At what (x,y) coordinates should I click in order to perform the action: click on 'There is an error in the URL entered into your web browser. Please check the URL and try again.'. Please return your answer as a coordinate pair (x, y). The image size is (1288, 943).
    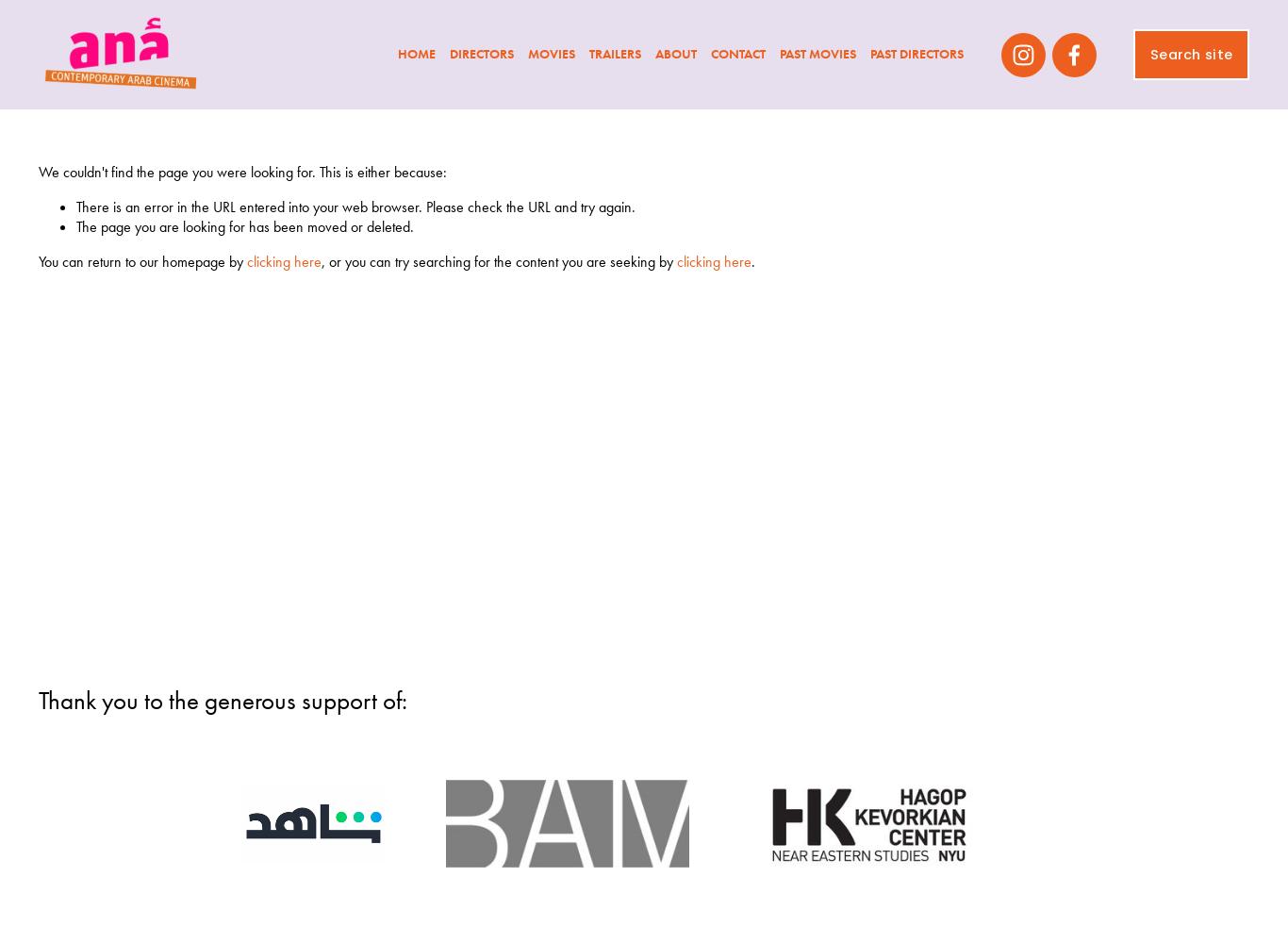
    Looking at the image, I should click on (354, 206).